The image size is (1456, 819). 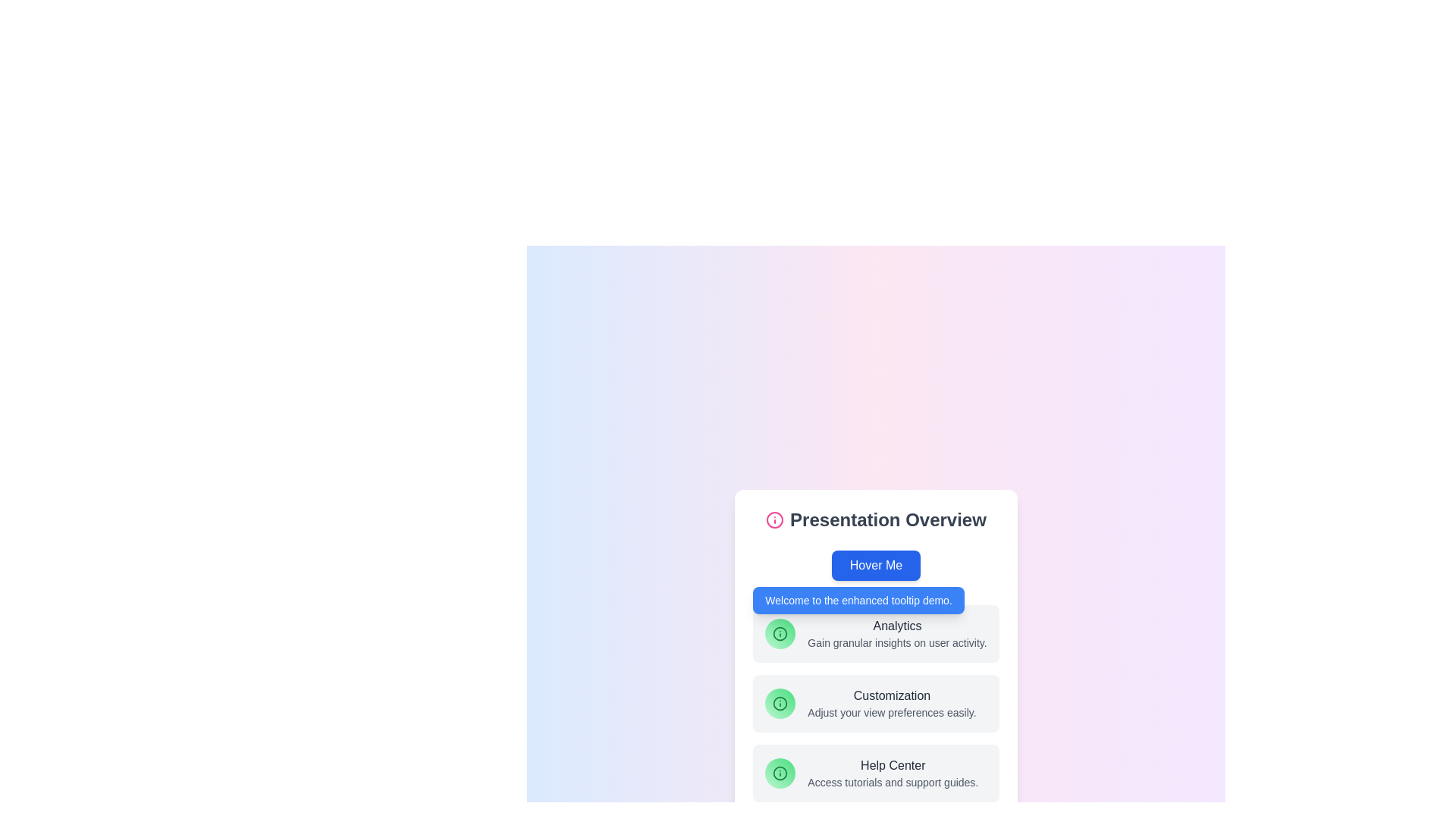 What do you see at coordinates (892, 696) in the screenshot?
I see `the text label that serves as a title or header for the customization feature, located centrally aligned in the second card section of the list, following 'Analytics' and preceding 'Help Center'` at bounding box center [892, 696].